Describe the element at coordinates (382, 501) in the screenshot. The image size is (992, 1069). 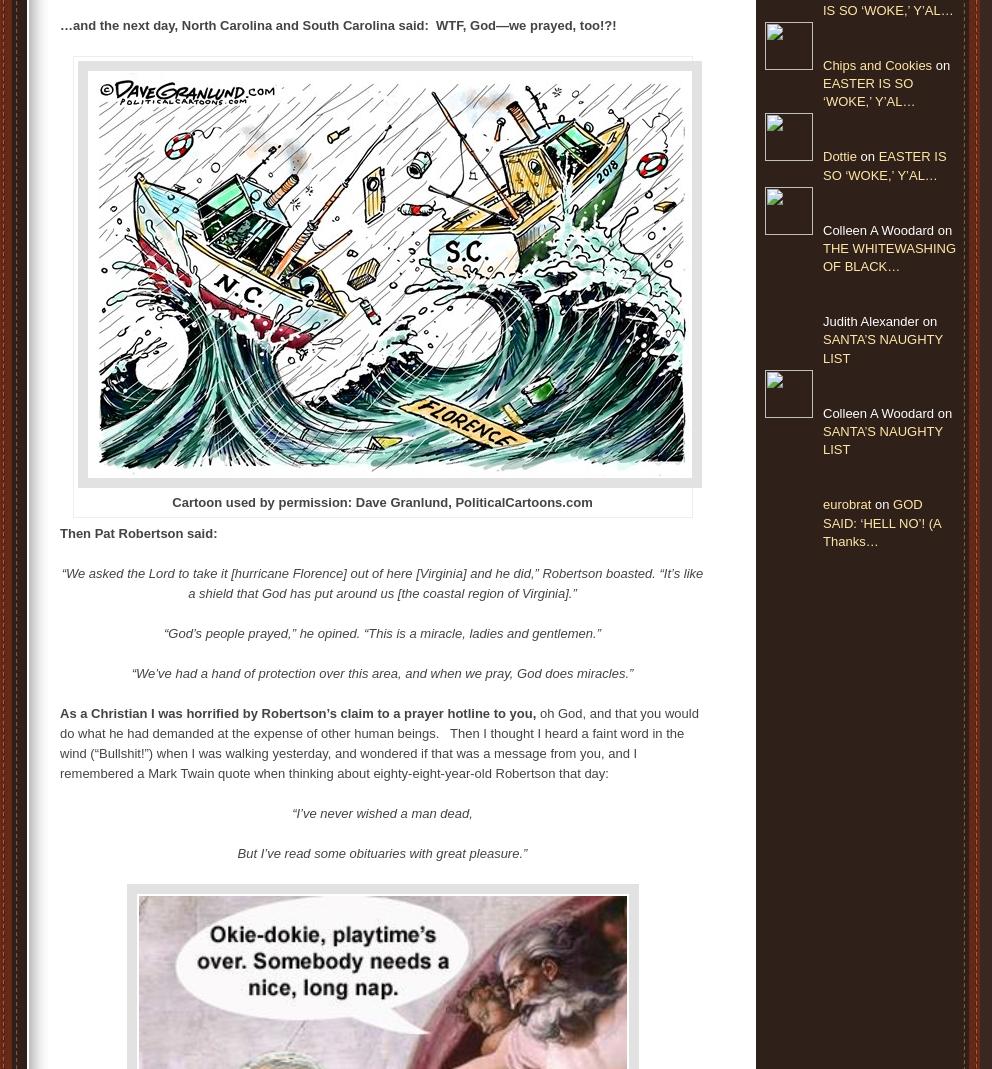
I see `'Cartoon used by permission: Dave Granlund, PoliticalCartoons.com'` at that location.